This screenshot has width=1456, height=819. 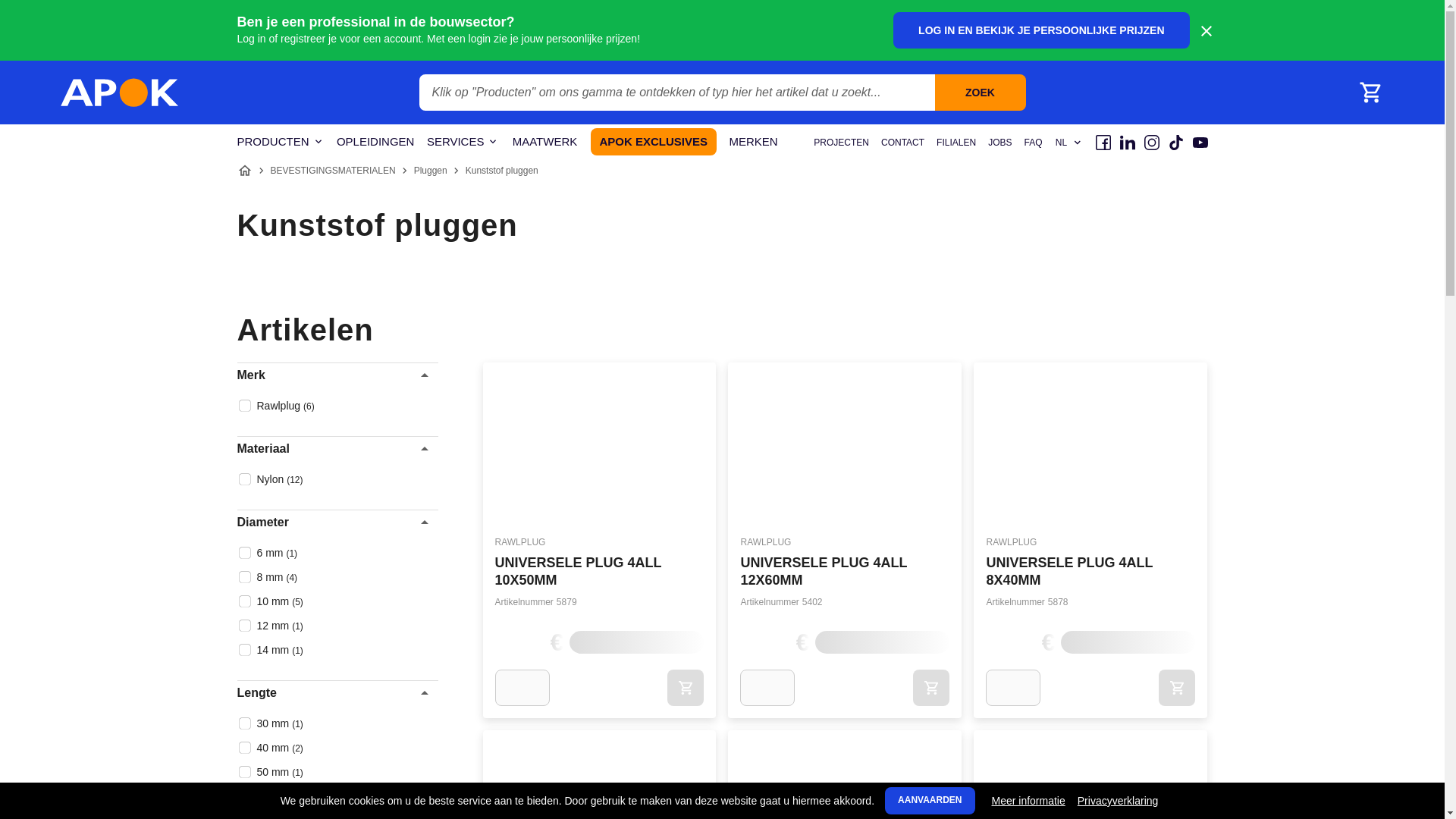 What do you see at coordinates (979, 93) in the screenshot?
I see `'ZOEK'` at bounding box center [979, 93].